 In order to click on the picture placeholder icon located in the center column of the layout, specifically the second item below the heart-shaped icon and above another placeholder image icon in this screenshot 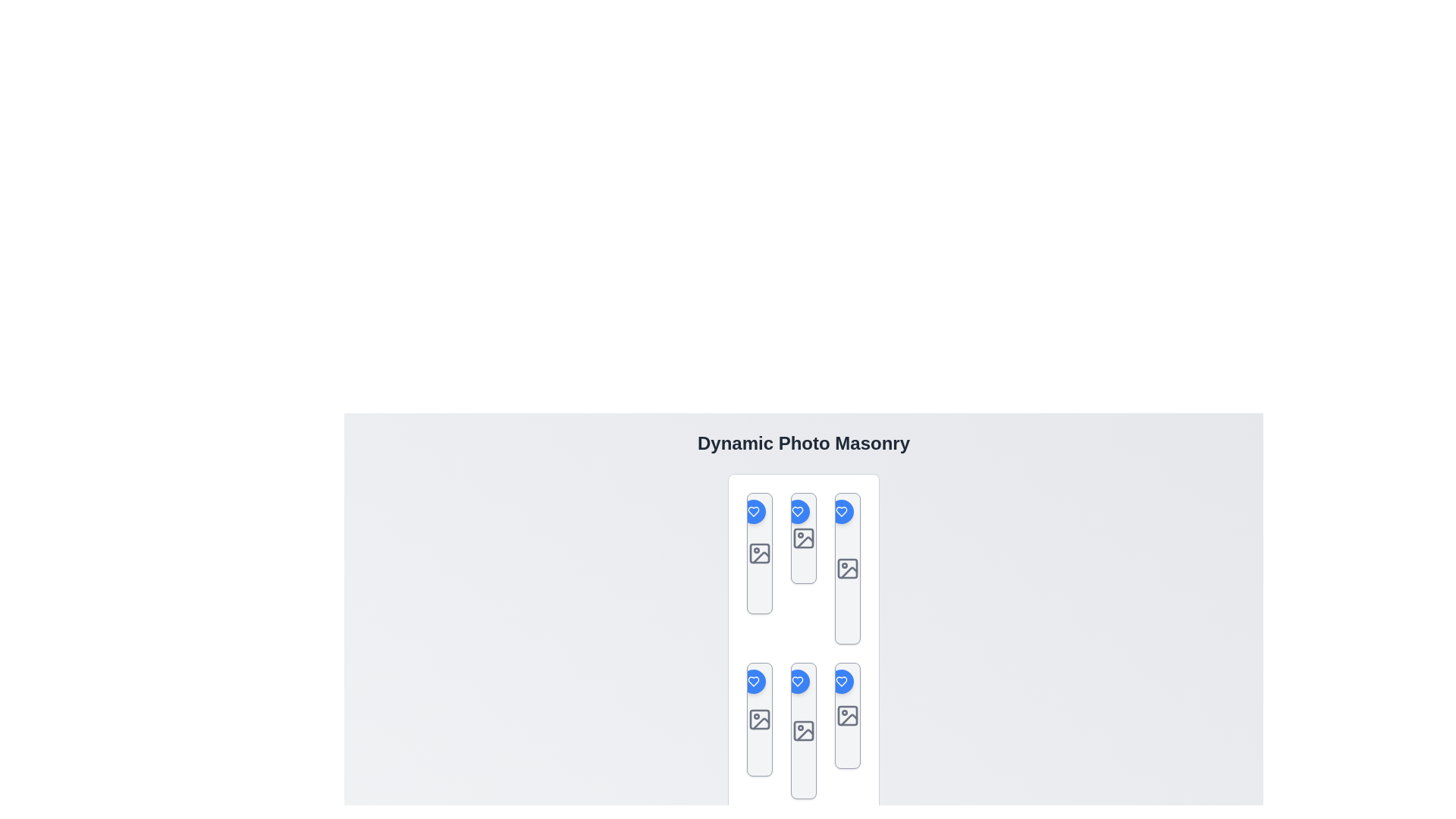, I will do `click(760, 553)`.